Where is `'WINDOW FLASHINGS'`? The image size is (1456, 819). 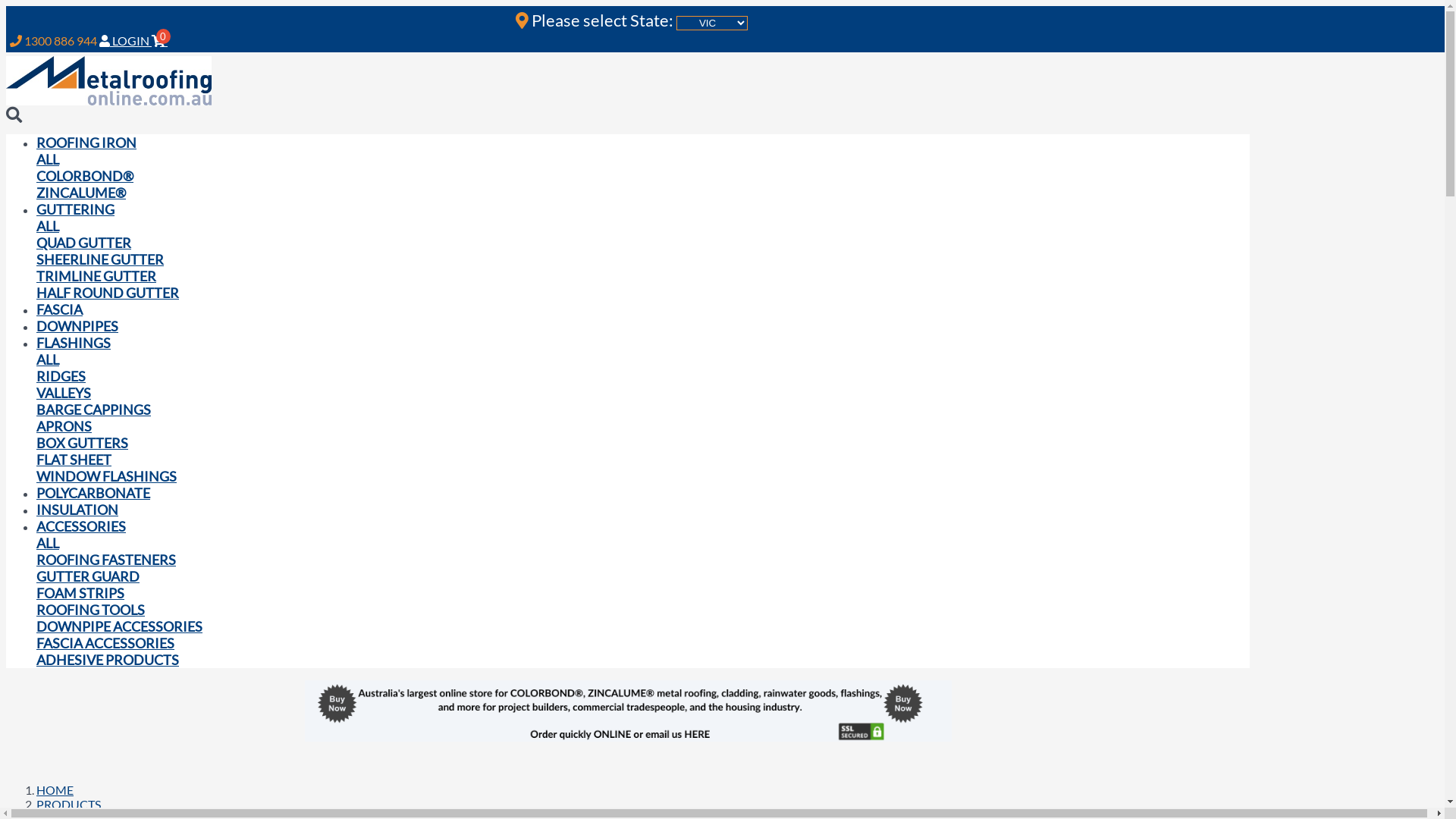
'WINDOW FLASHINGS' is located at coordinates (105, 475).